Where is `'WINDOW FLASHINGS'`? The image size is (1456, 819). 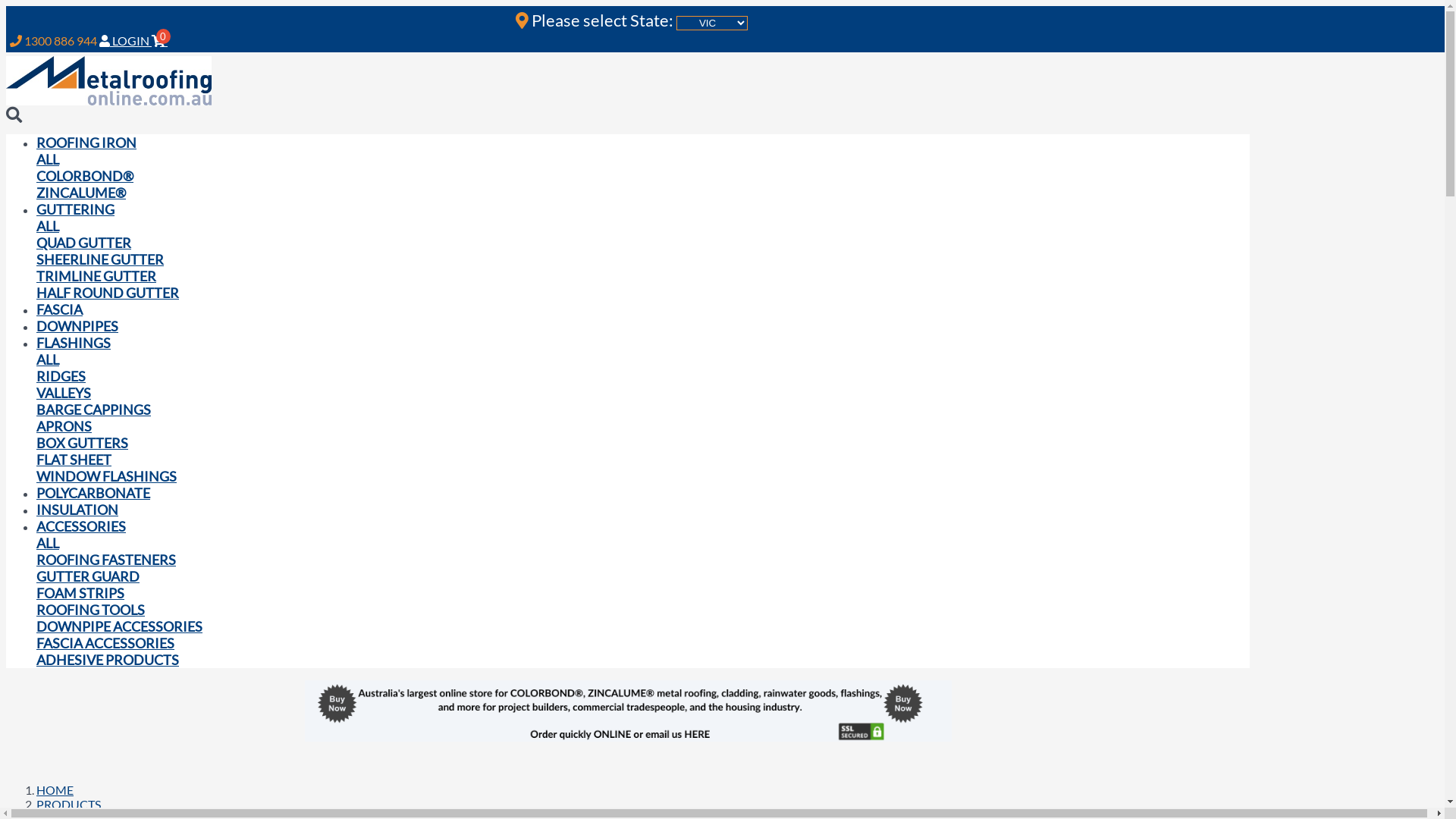
'WINDOW FLASHINGS' is located at coordinates (105, 475).